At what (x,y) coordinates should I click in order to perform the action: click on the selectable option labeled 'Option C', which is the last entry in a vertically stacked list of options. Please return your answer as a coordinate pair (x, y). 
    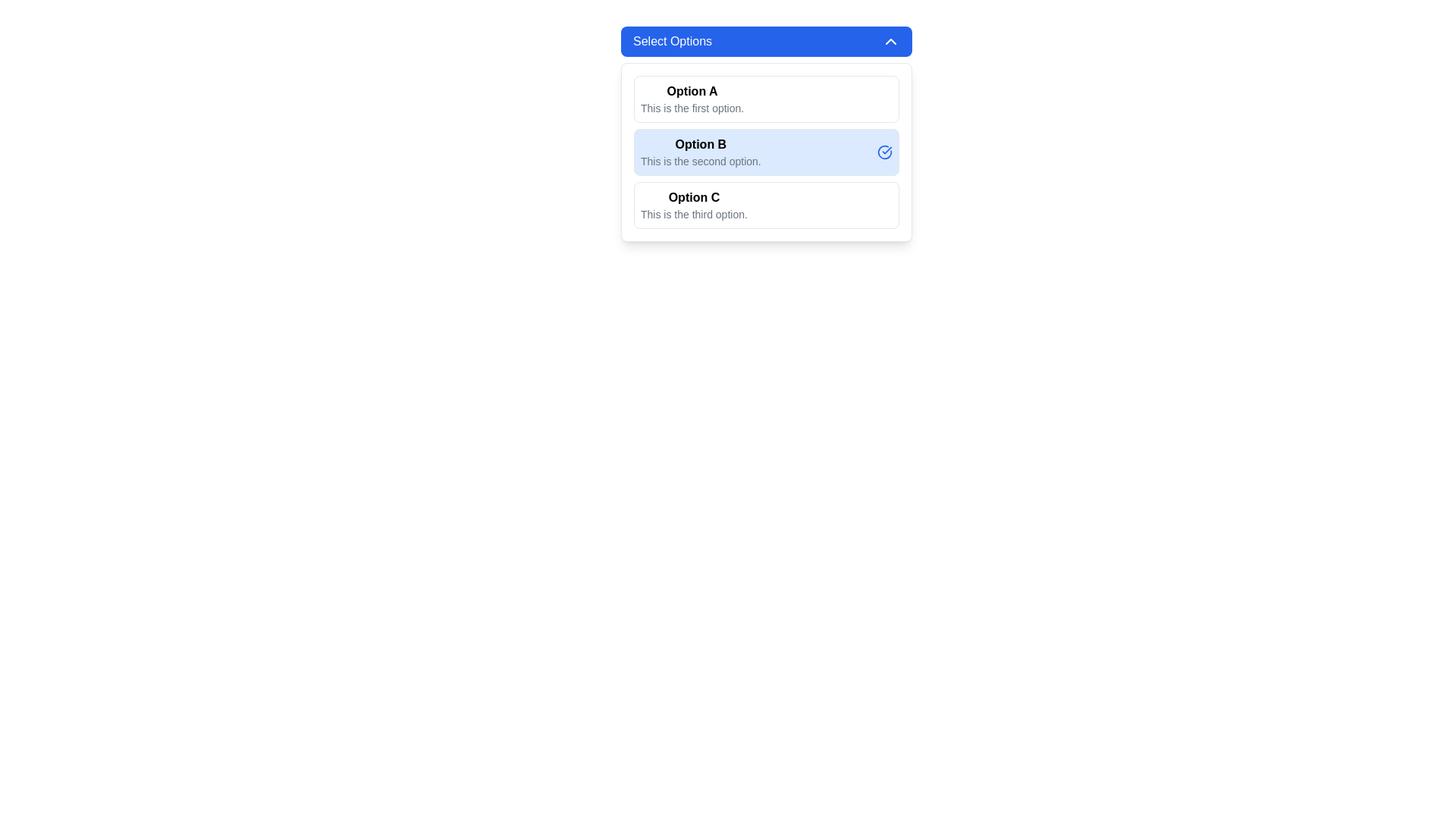
    Looking at the image, I should click on (767, 205).